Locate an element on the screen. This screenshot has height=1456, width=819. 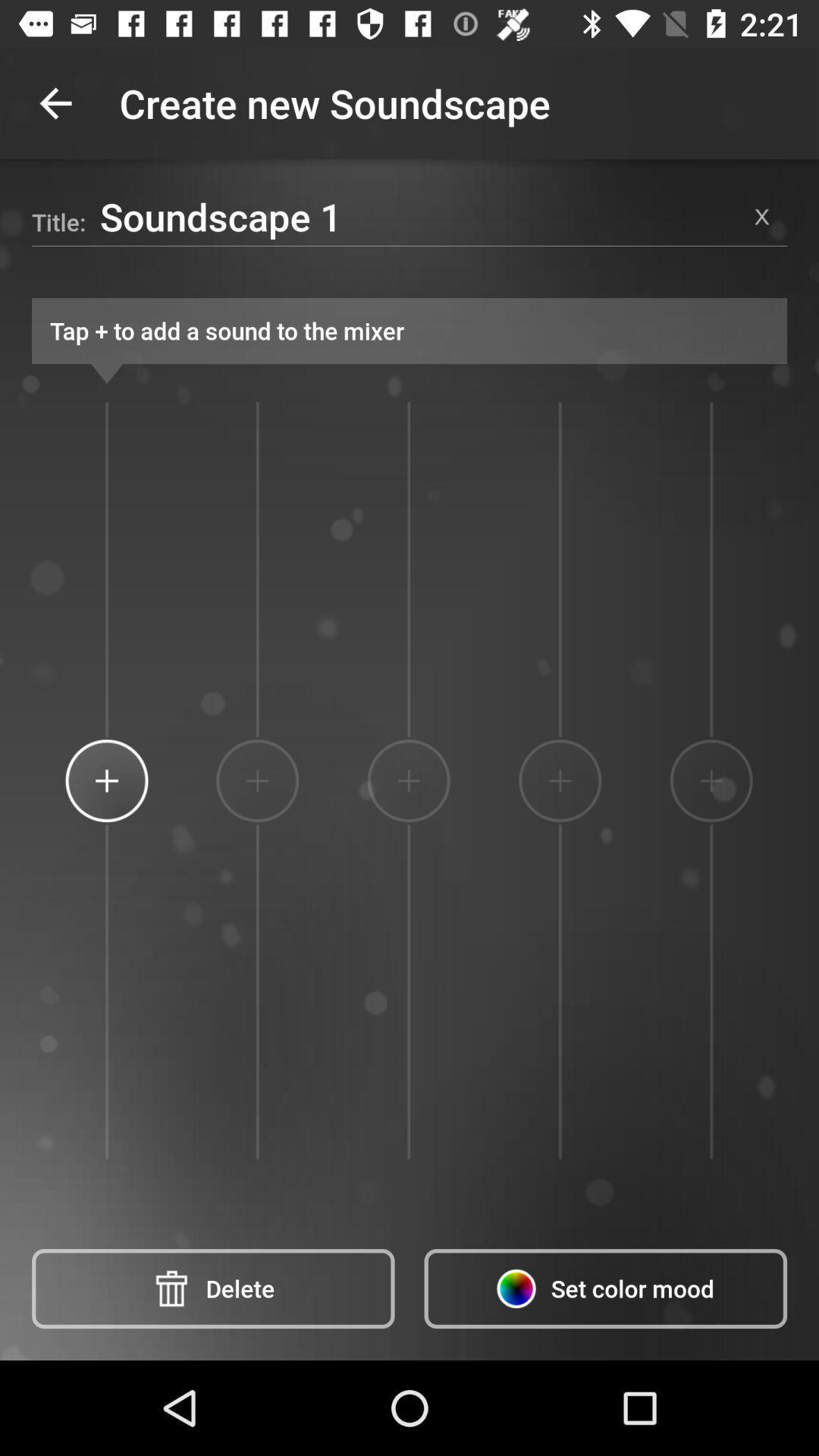
icon above delete icon is located at coordinates (106, 780).